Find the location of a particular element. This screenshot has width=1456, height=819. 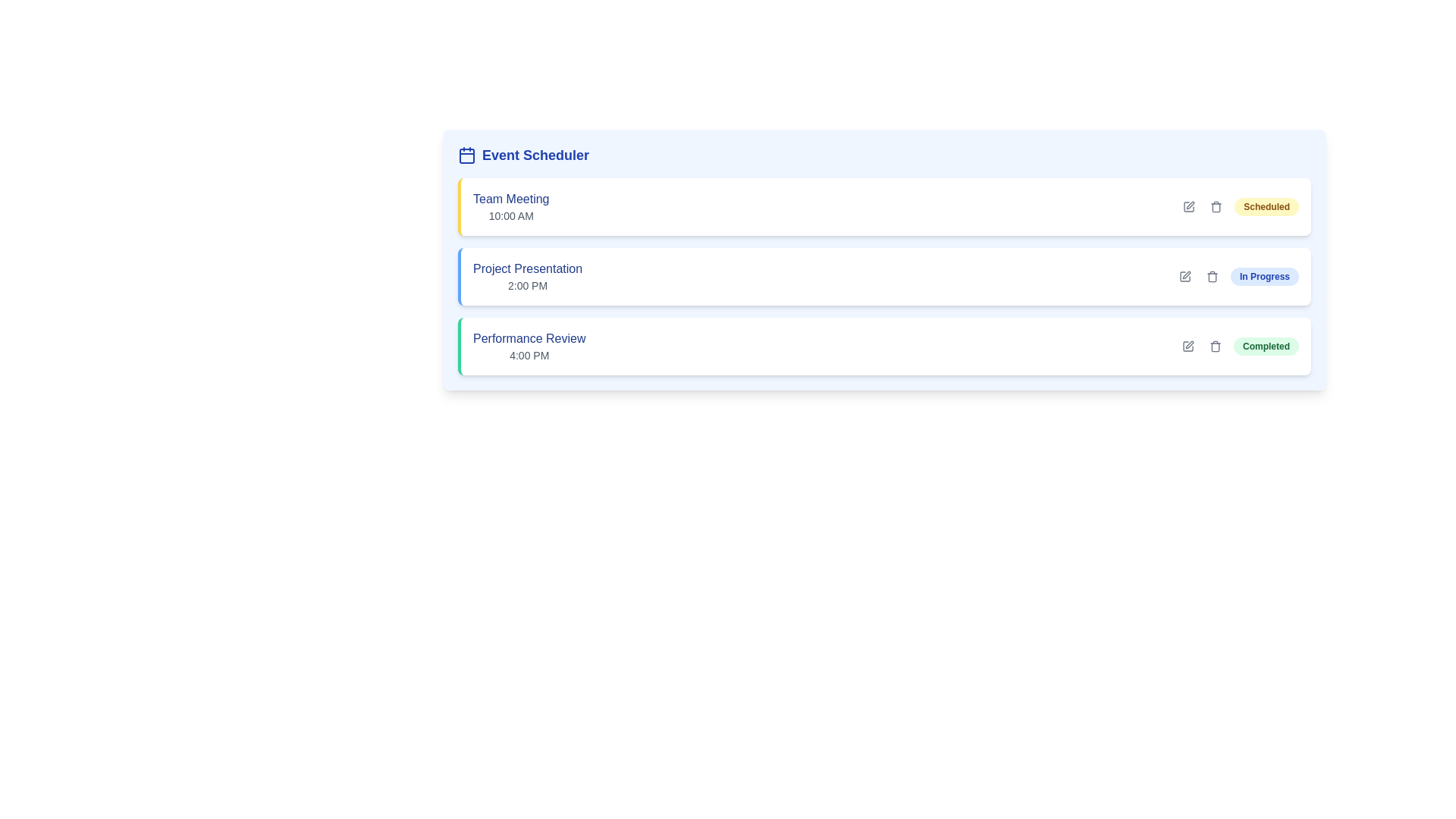

the pen-shaped edit icon located at the top entry of the 'Team Meeting' event is located at coordinates (1190, 205).